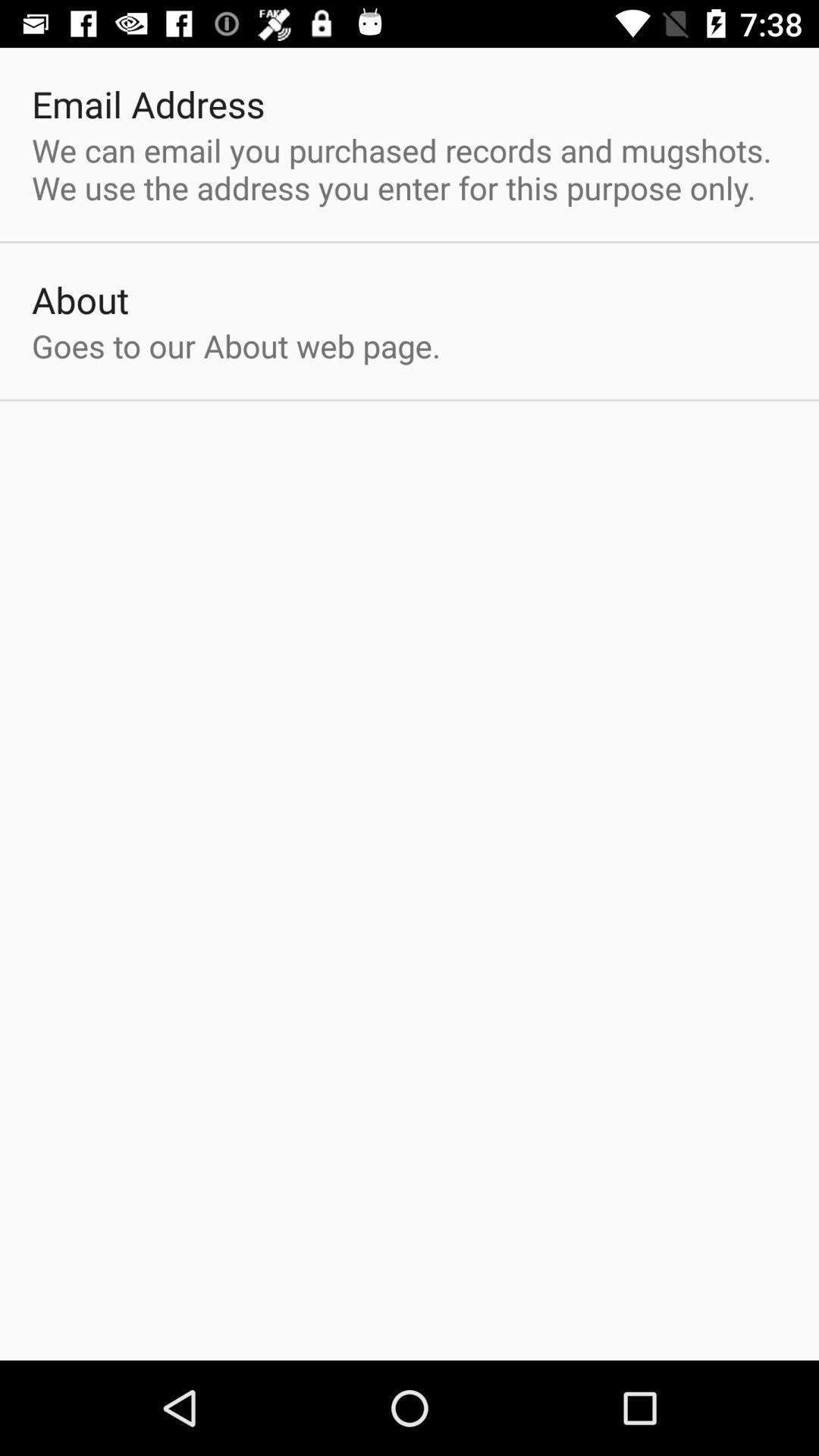 The height and width of the screenshot is (1456, 819). I want to click on the icon above about icon, so click(409, 168).